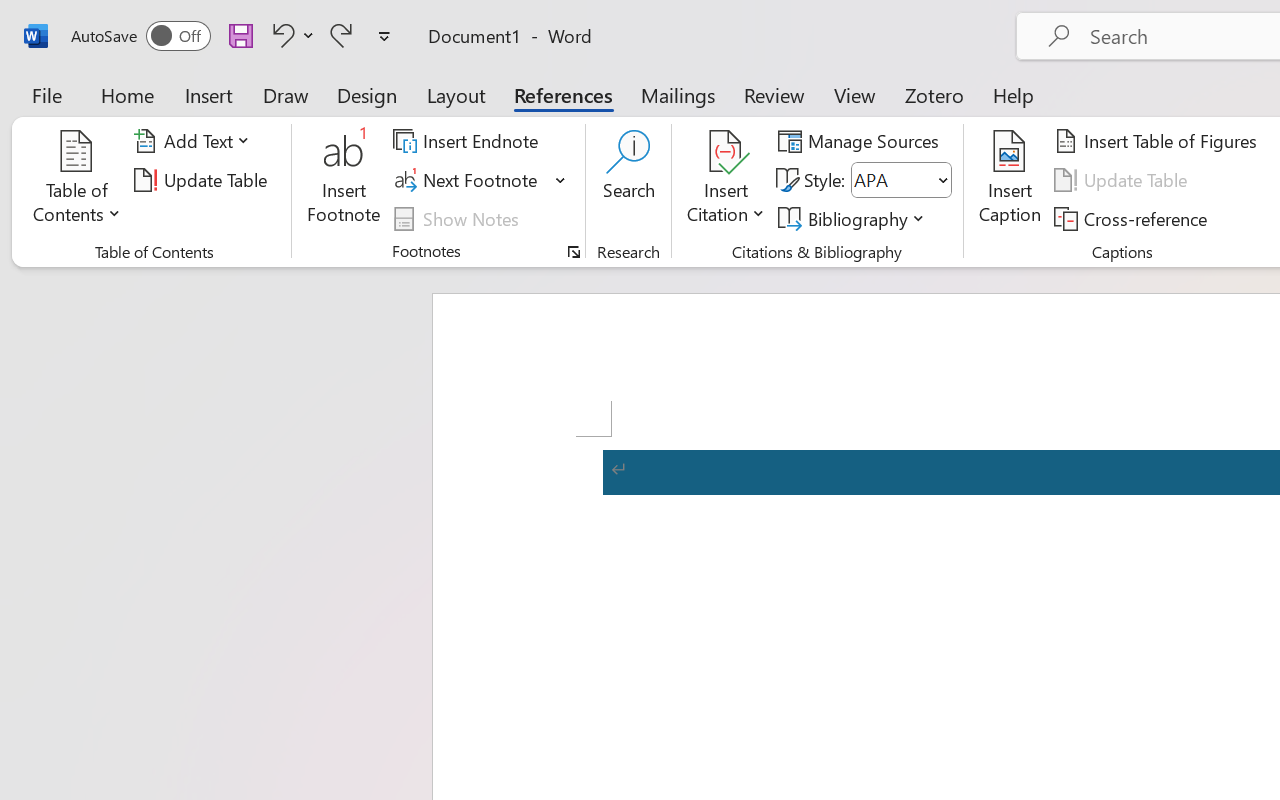 This screenshot has width=1280, height=800. I want to click on 'Add Text', so click(195, 141).